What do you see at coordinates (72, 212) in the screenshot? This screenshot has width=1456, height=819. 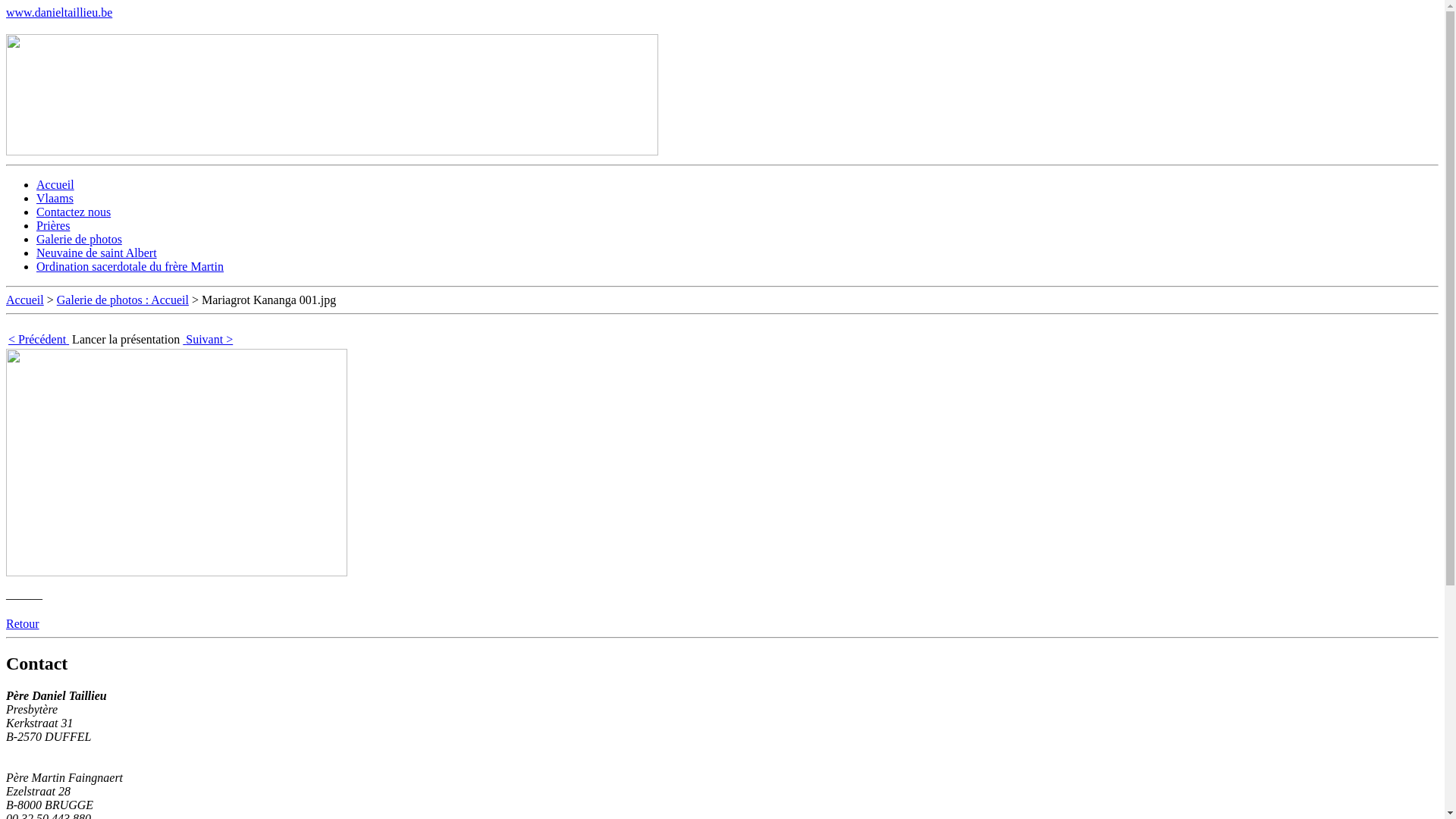 I see `'Contactez nous'` at bounding box center [72, 212].